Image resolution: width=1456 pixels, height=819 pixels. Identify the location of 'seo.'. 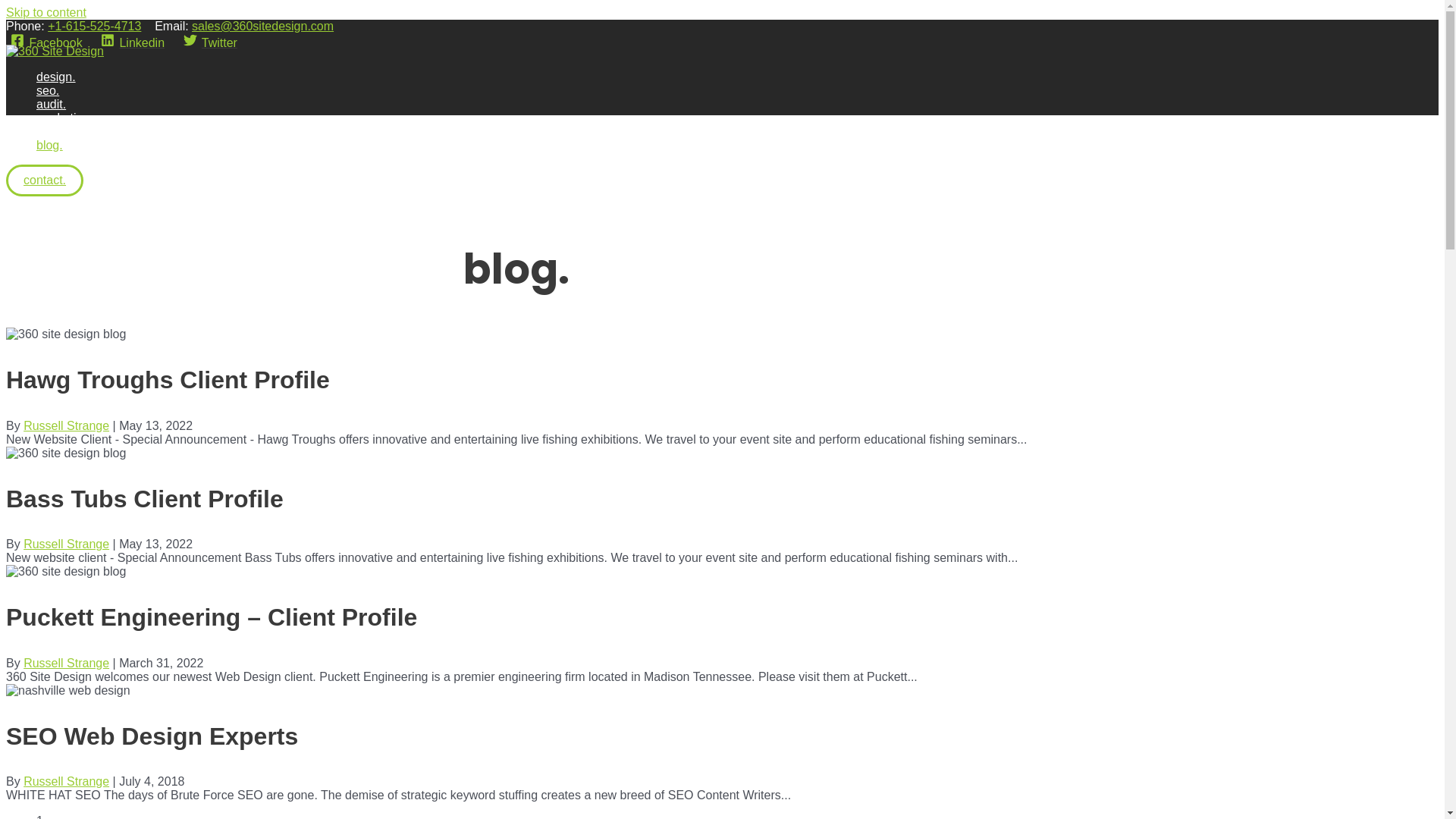
(65, 90).